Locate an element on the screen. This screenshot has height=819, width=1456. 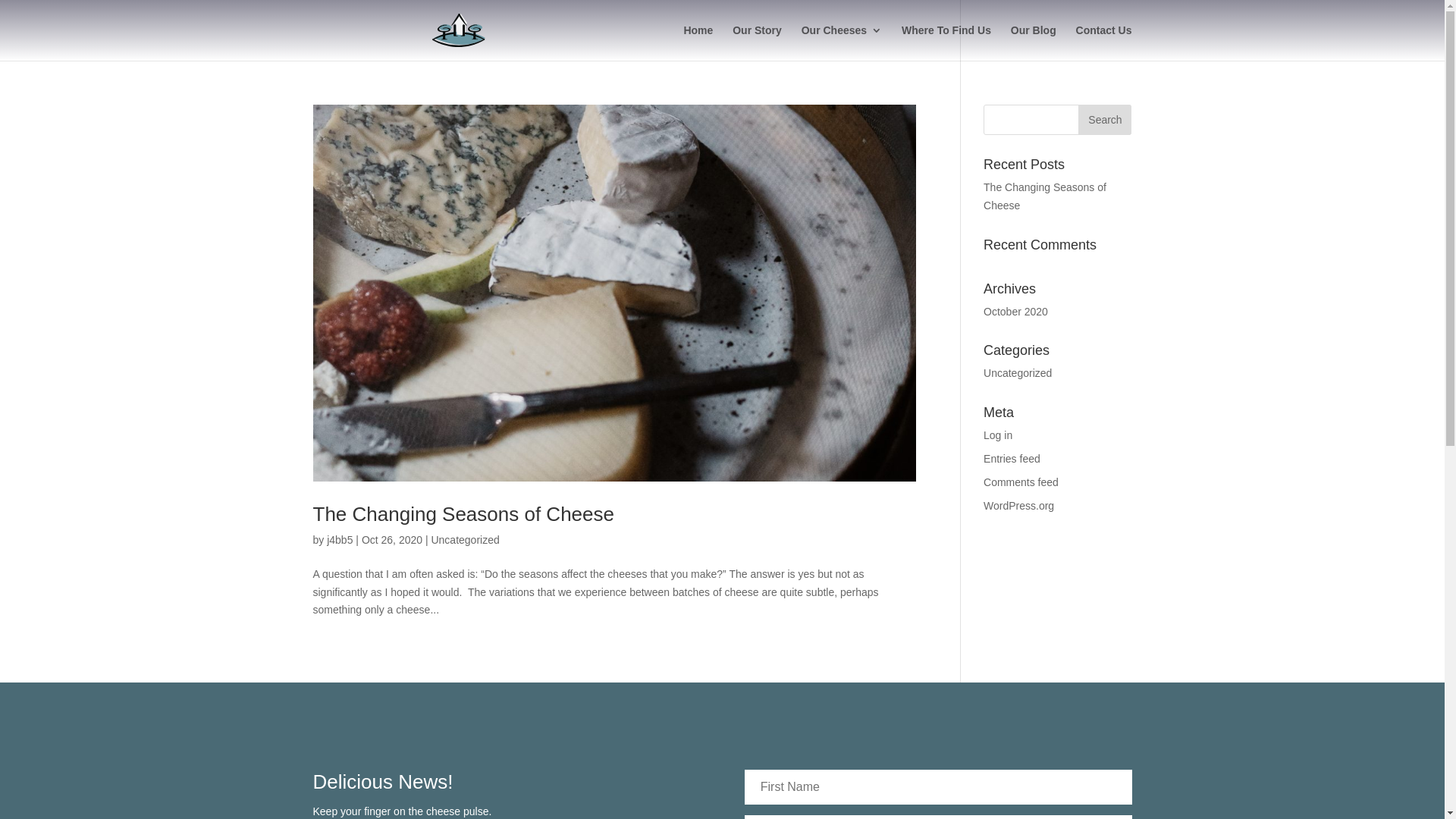
'Our Story' is located at coordinates (757, 42).